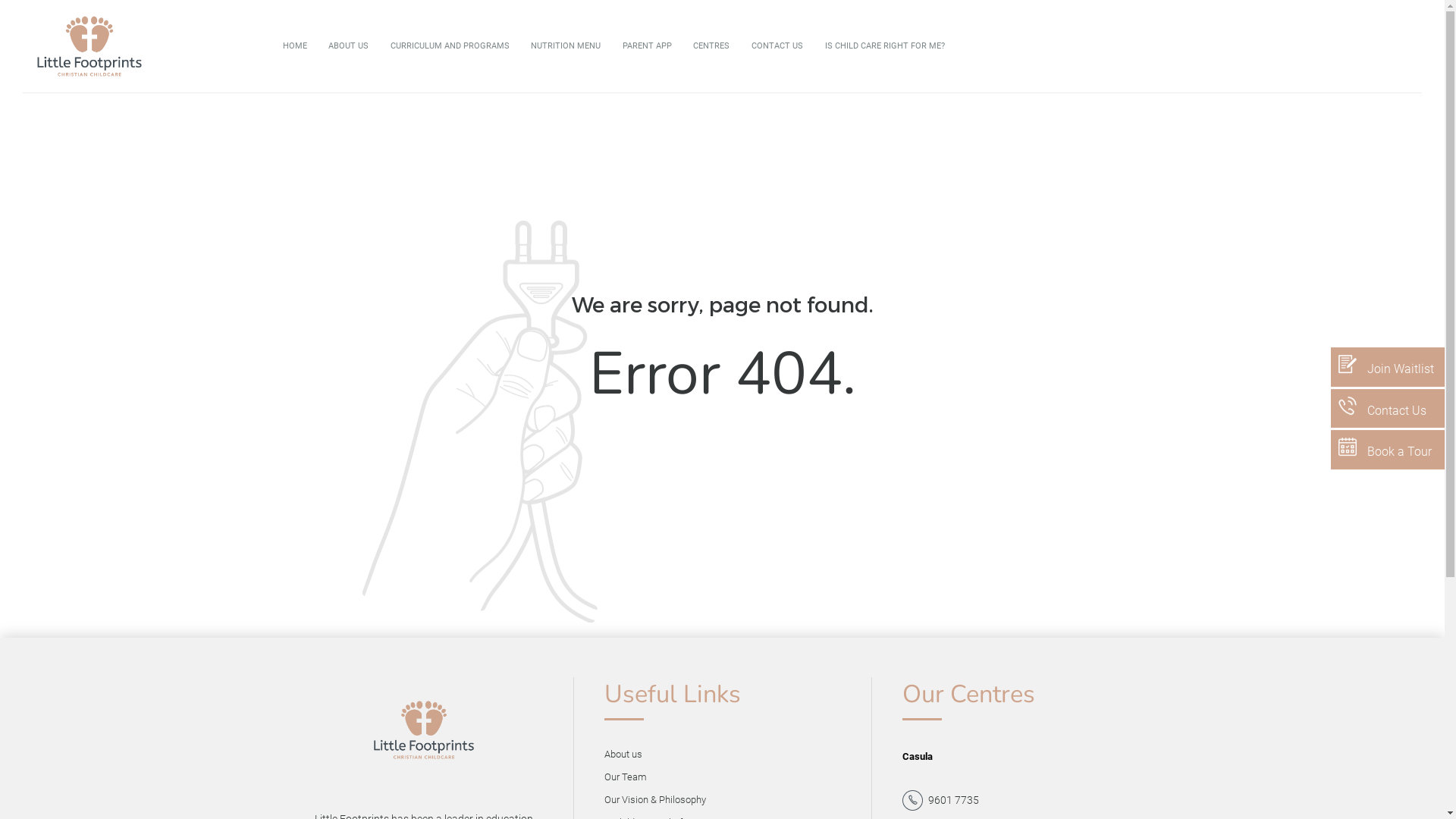  Describe the element at coordinates (271, 45) in the screenshot. I see `'HOME'` at that location.